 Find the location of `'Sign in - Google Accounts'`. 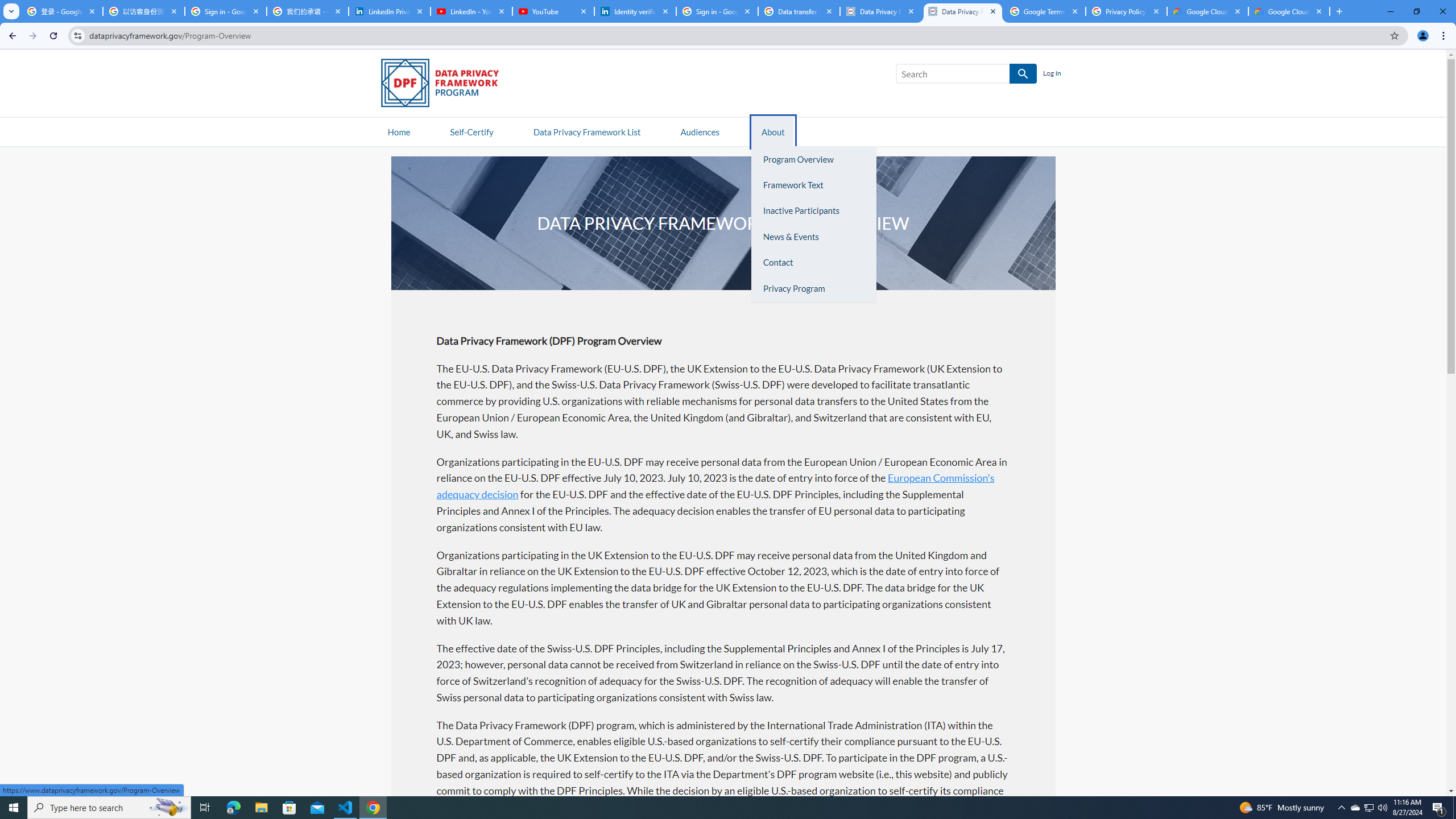

'Sign in - Google Accounts' is located at coordinates (225, 11).